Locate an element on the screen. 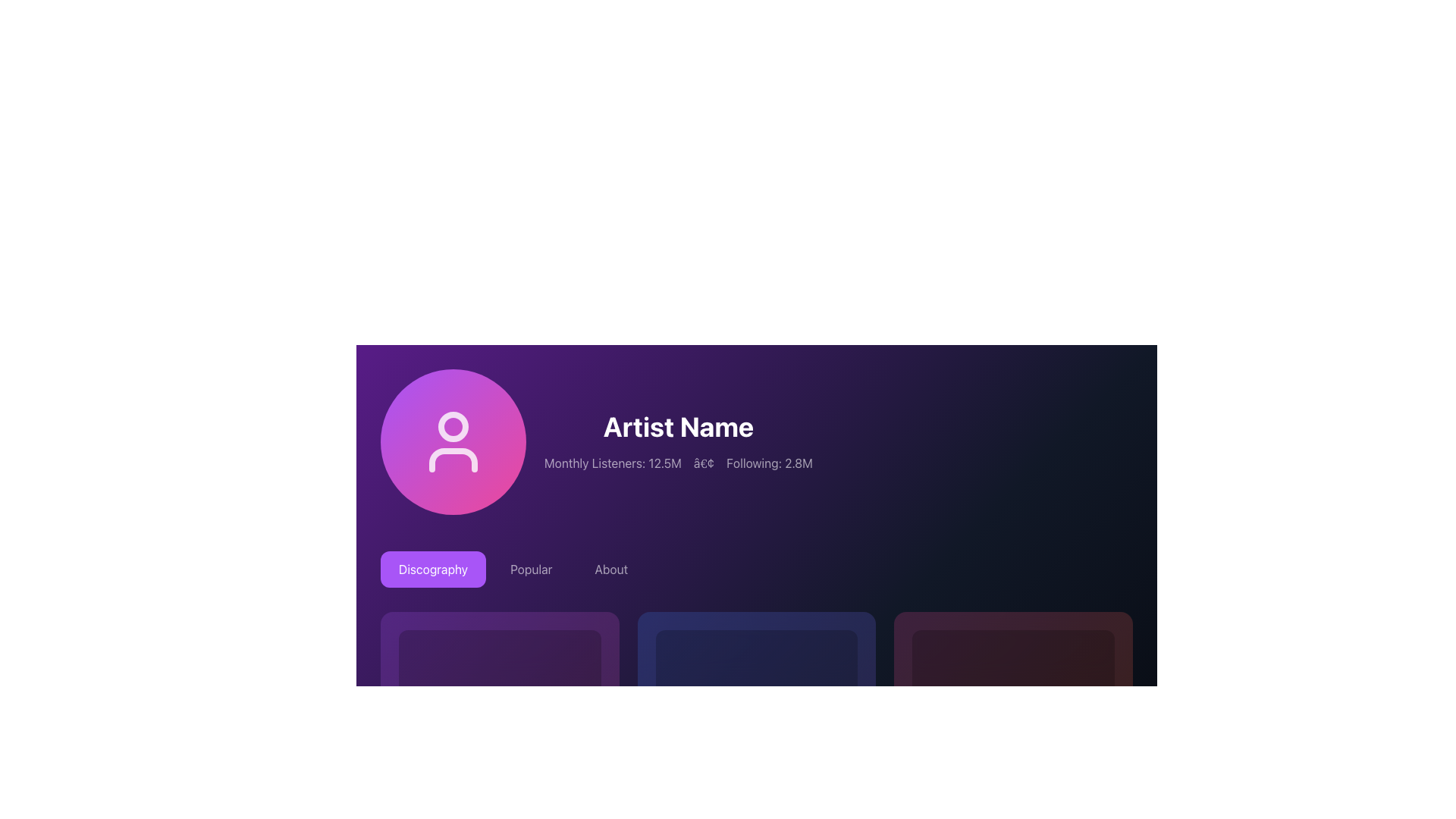 The height and width of the screenshot is (819, 1456). the user profile SVG icon, which features a circular head outline and trapezoidal shoulders is located at coordinates (453, 441).